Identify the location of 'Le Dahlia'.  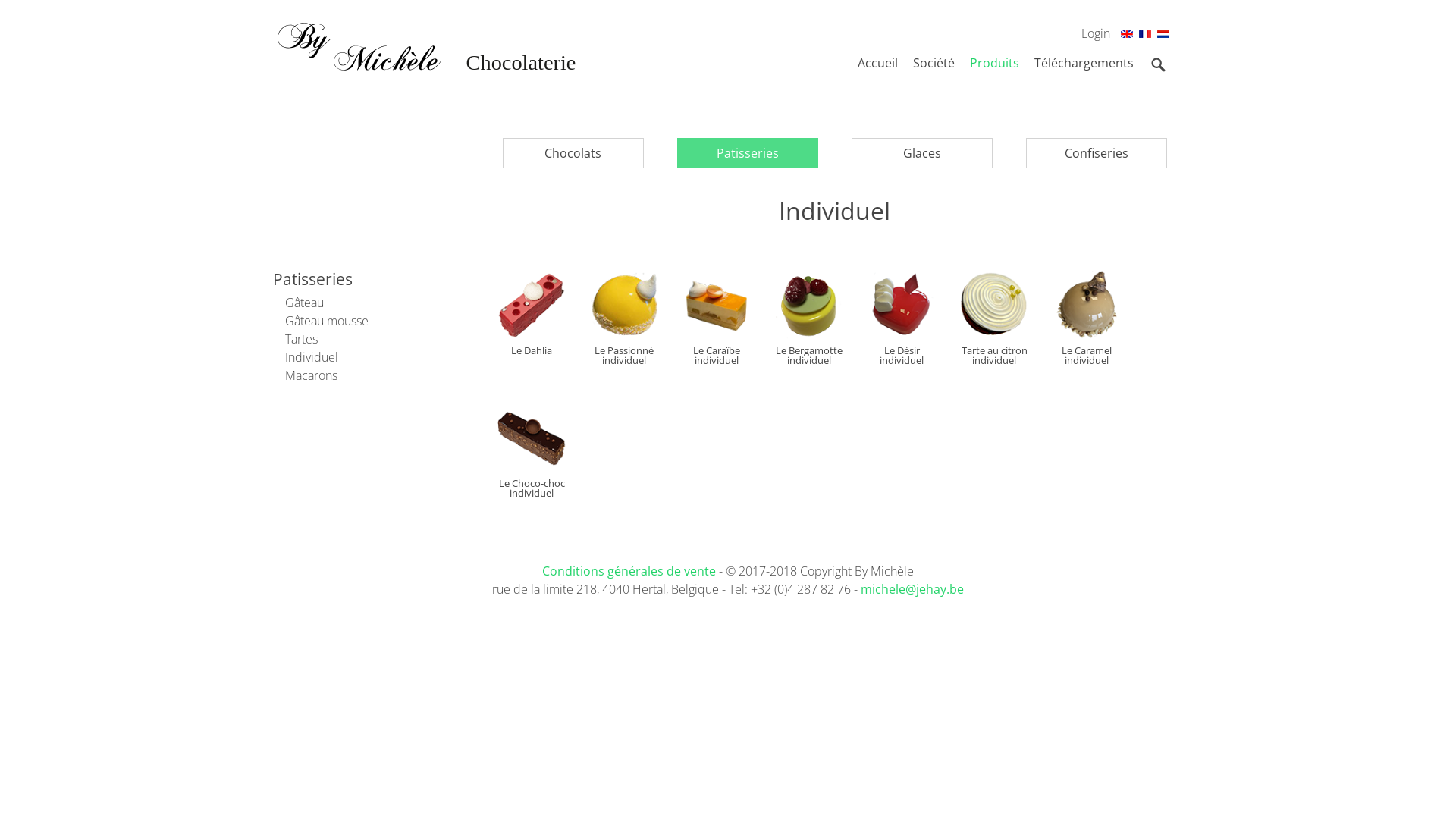
(497, 312).